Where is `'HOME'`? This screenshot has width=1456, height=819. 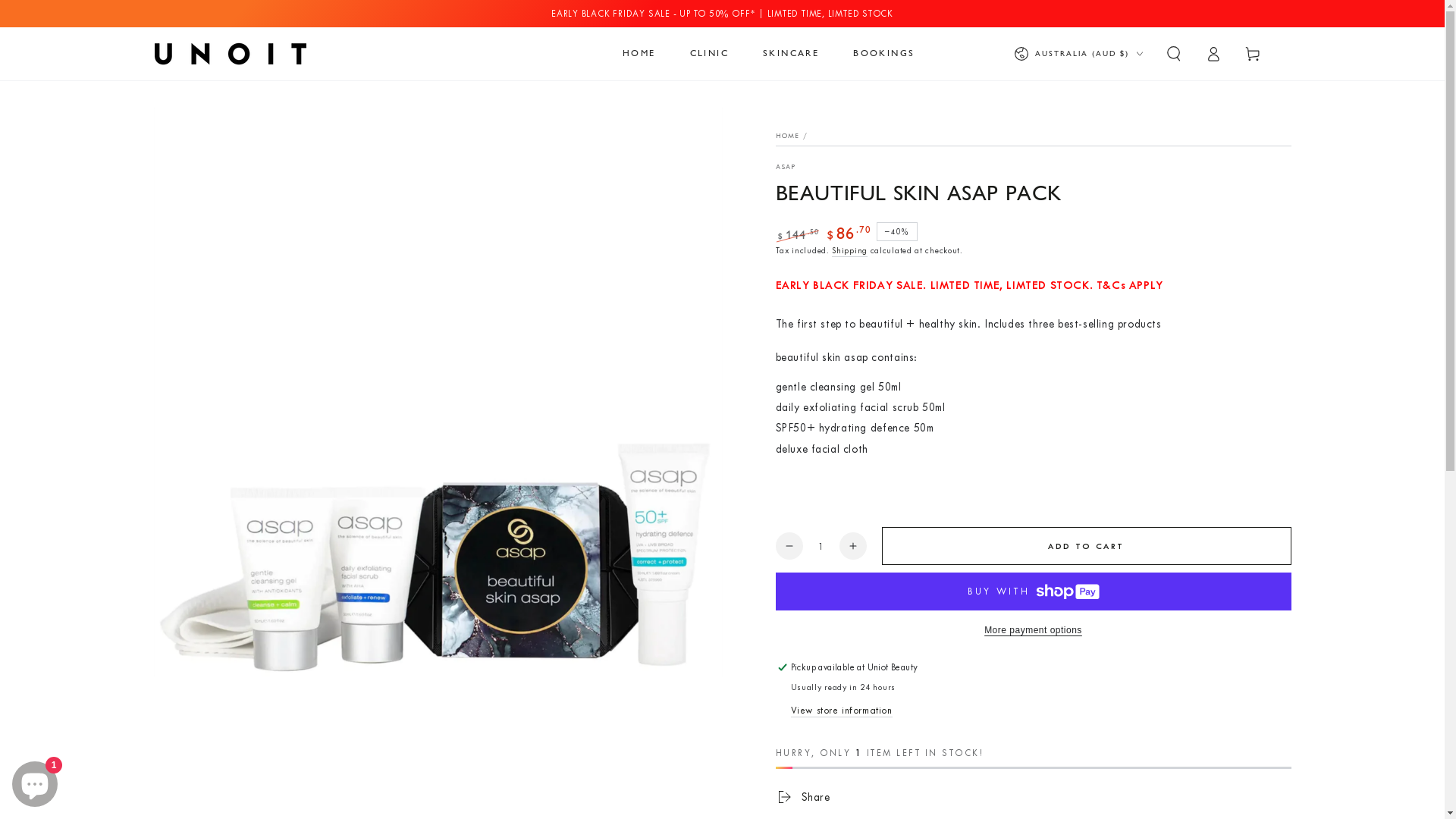
'HOME' is located at coordinates (639, 52).